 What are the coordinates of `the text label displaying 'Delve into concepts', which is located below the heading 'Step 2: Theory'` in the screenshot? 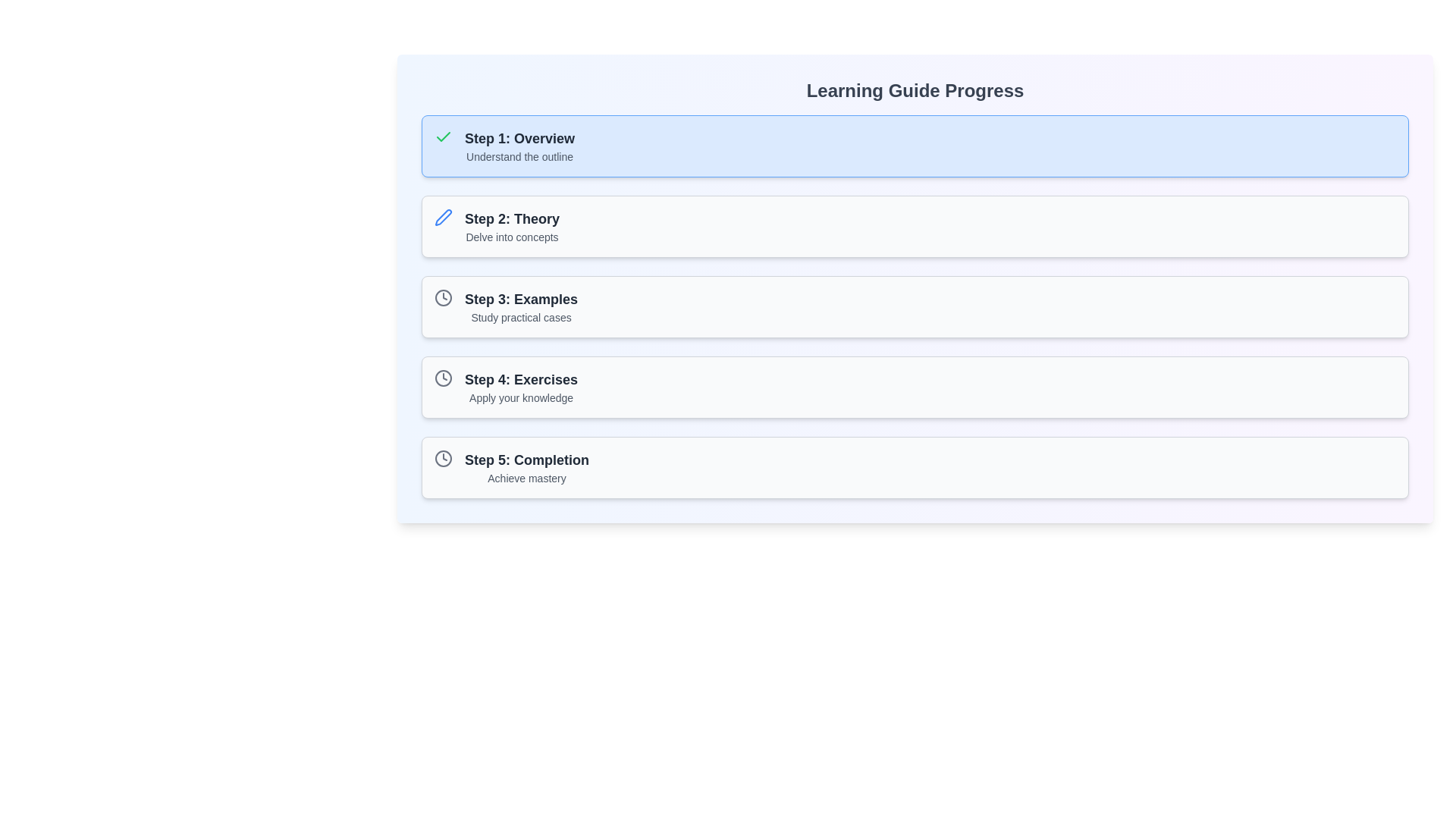 It's located at (512, 237).